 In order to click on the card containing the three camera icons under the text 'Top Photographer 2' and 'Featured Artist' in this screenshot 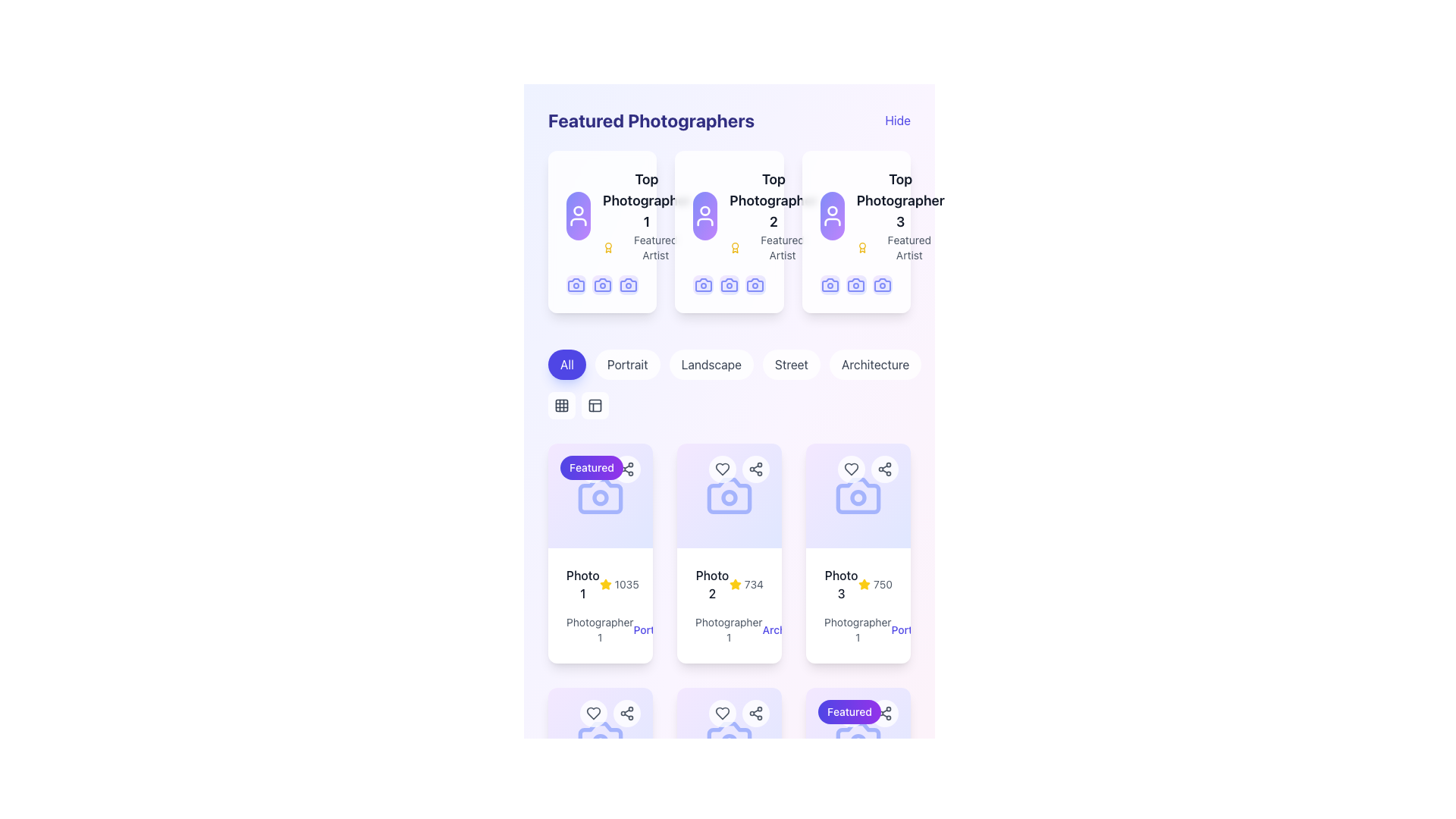, I will do `click(729, 285)`.